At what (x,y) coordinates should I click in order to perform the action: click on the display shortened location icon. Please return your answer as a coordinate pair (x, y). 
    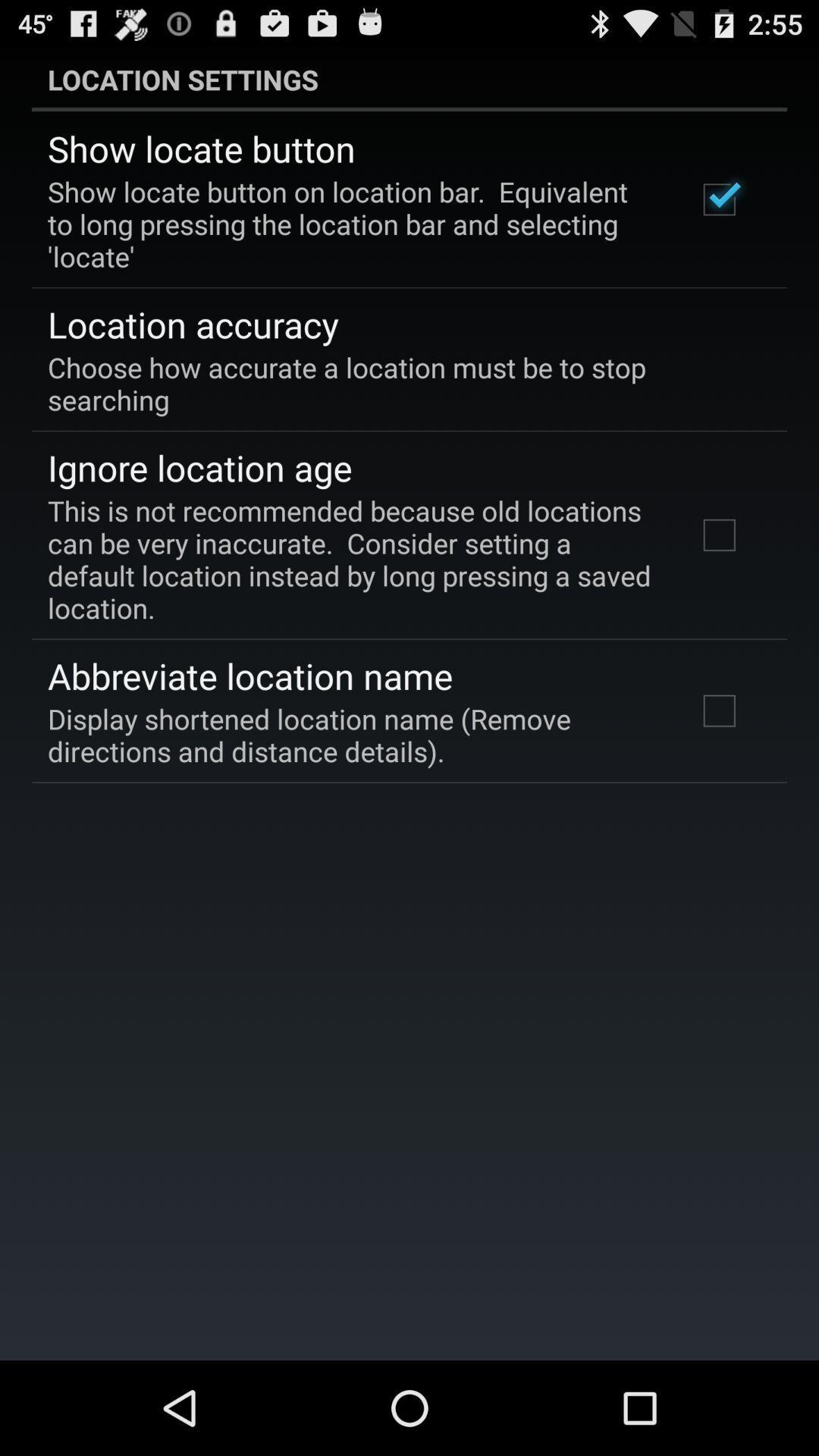
    Looking at the image, I should click on (351, 735).